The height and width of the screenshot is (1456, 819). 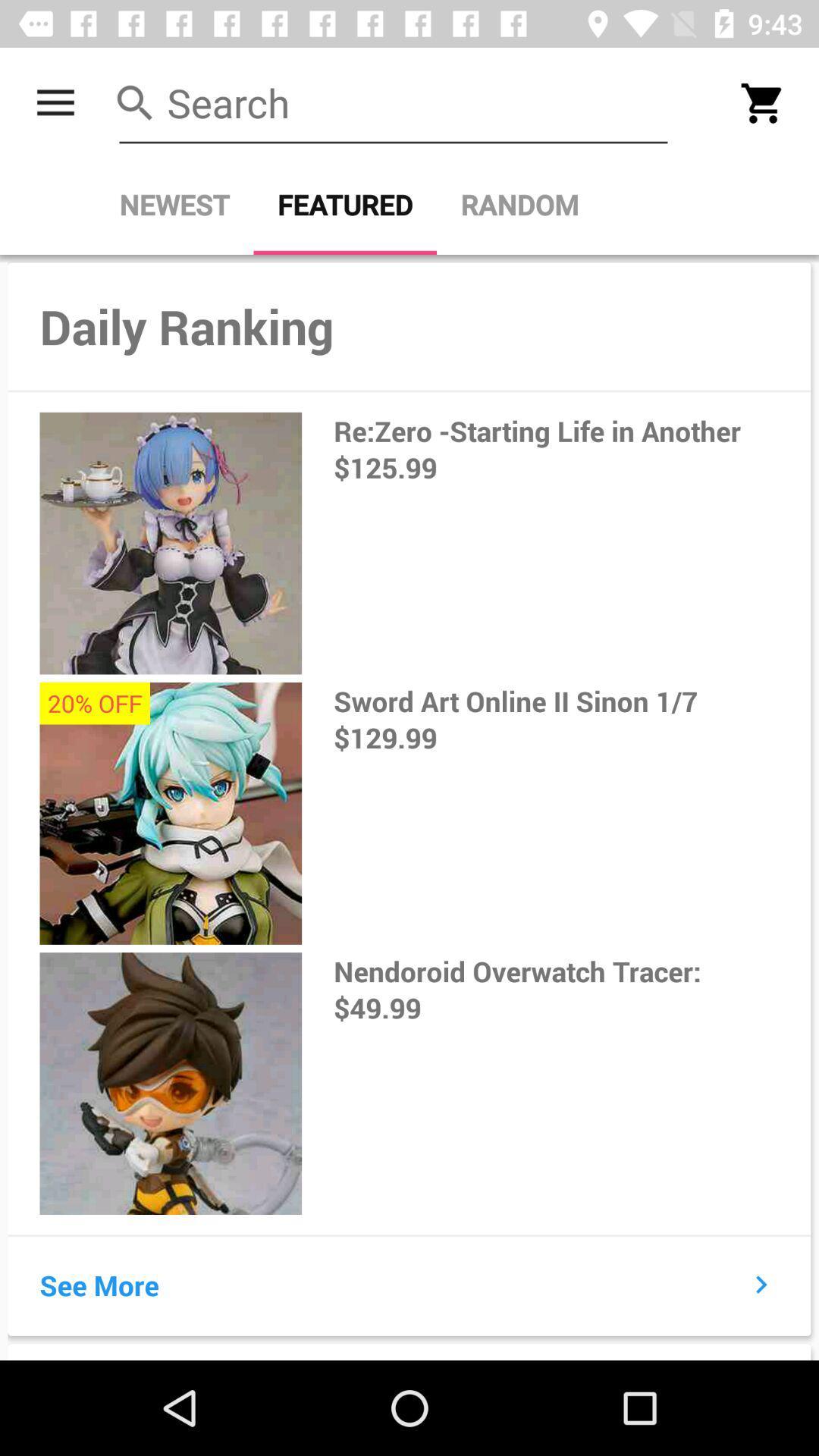 I want to click on search store, so click(x=393, y=102).